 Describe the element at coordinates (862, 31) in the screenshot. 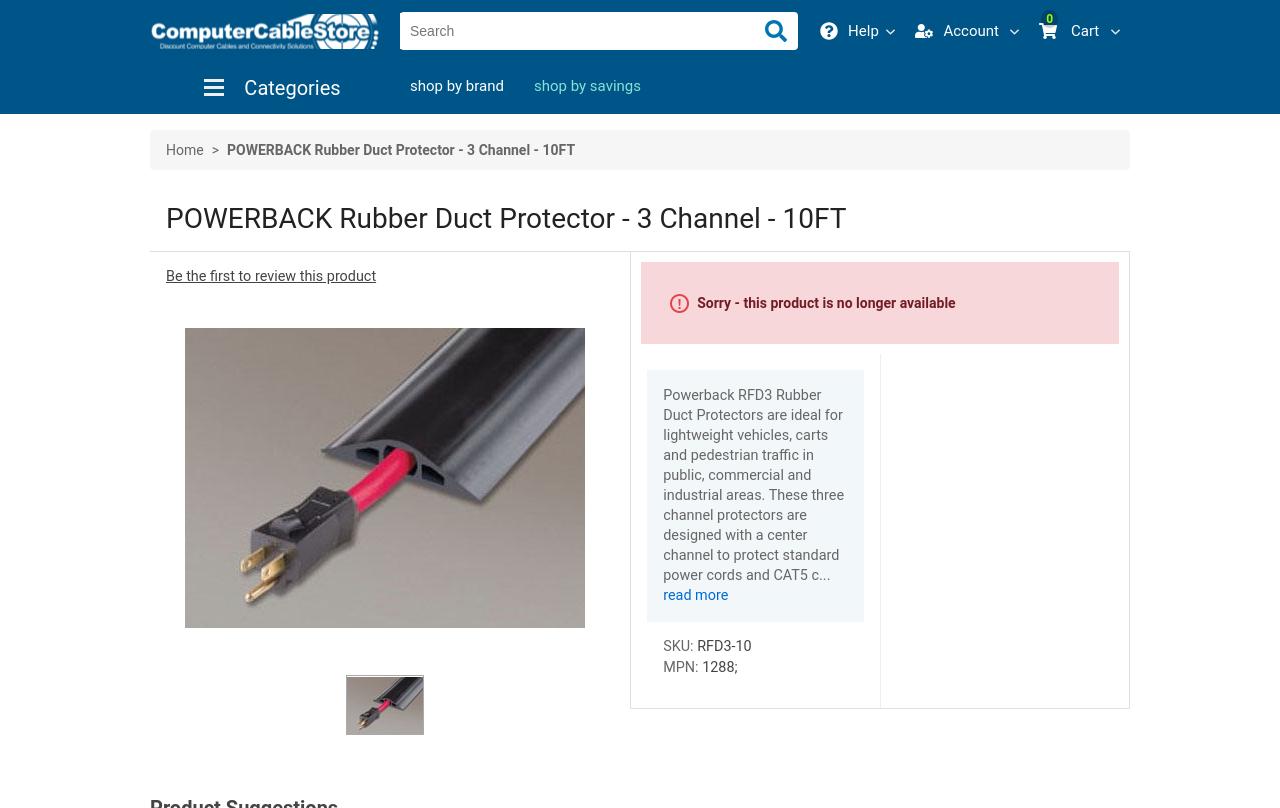

I see `'Help'` at that location.